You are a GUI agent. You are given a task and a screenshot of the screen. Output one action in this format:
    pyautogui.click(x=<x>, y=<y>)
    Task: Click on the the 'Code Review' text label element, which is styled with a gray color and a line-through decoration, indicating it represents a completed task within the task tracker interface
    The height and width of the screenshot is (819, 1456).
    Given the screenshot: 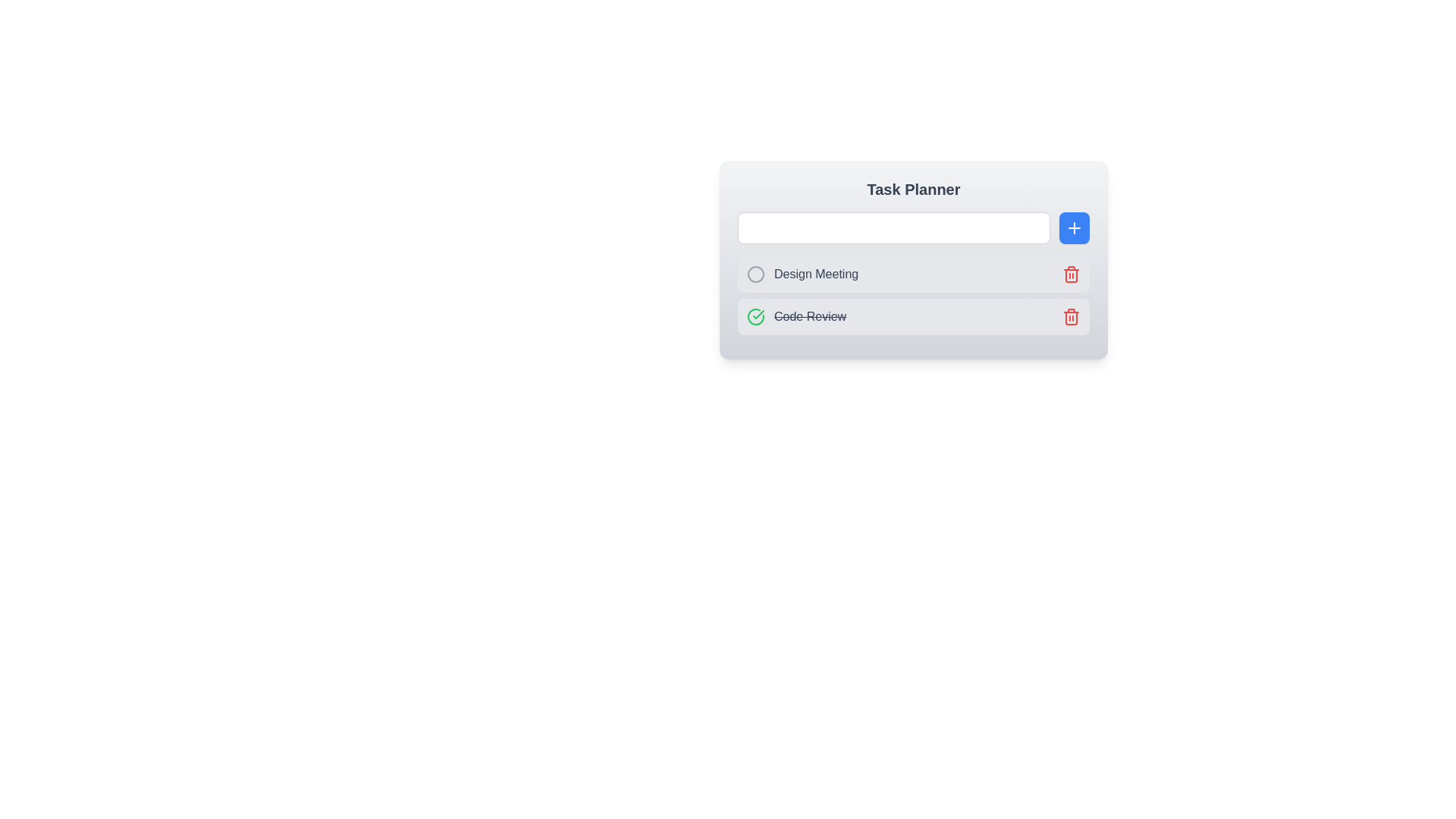 What is the action you would take?
    pyautogui.click(x=809, y=315)
    